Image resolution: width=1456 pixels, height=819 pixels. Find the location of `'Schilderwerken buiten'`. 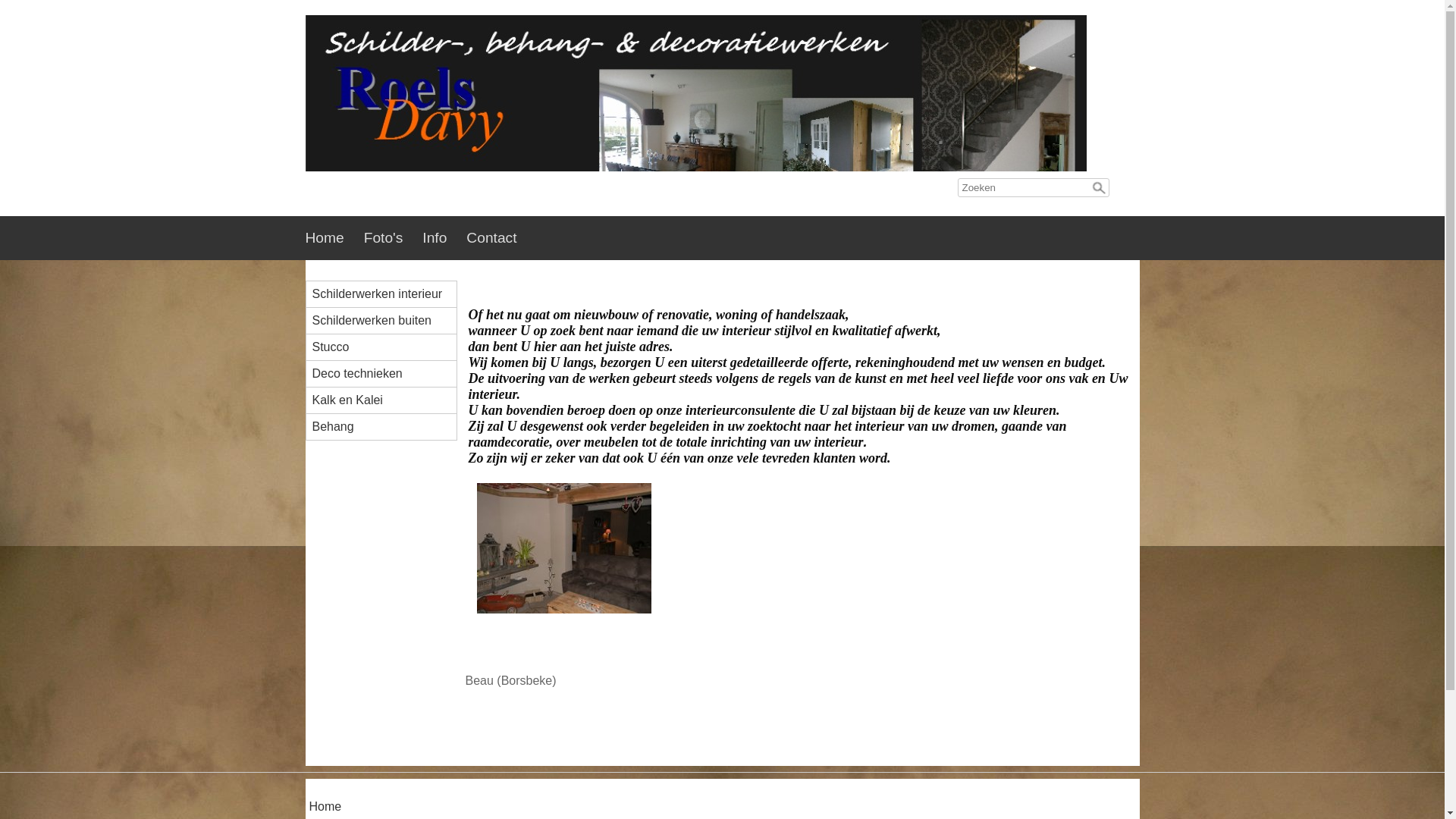

'Schilderwerken buiten' is located at coordinates (387, 320).